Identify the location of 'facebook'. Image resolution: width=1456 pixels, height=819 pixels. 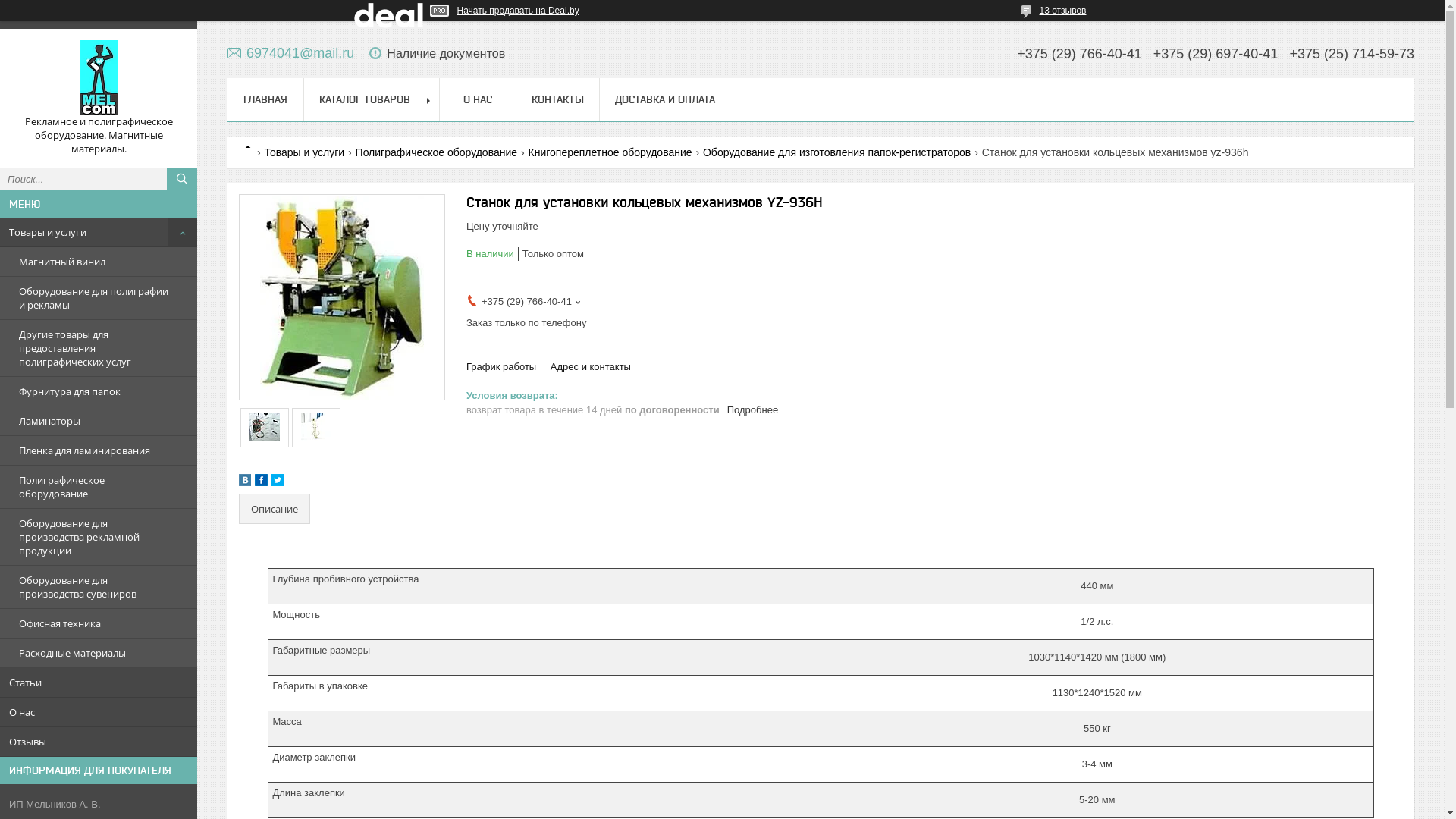
(261, 482).